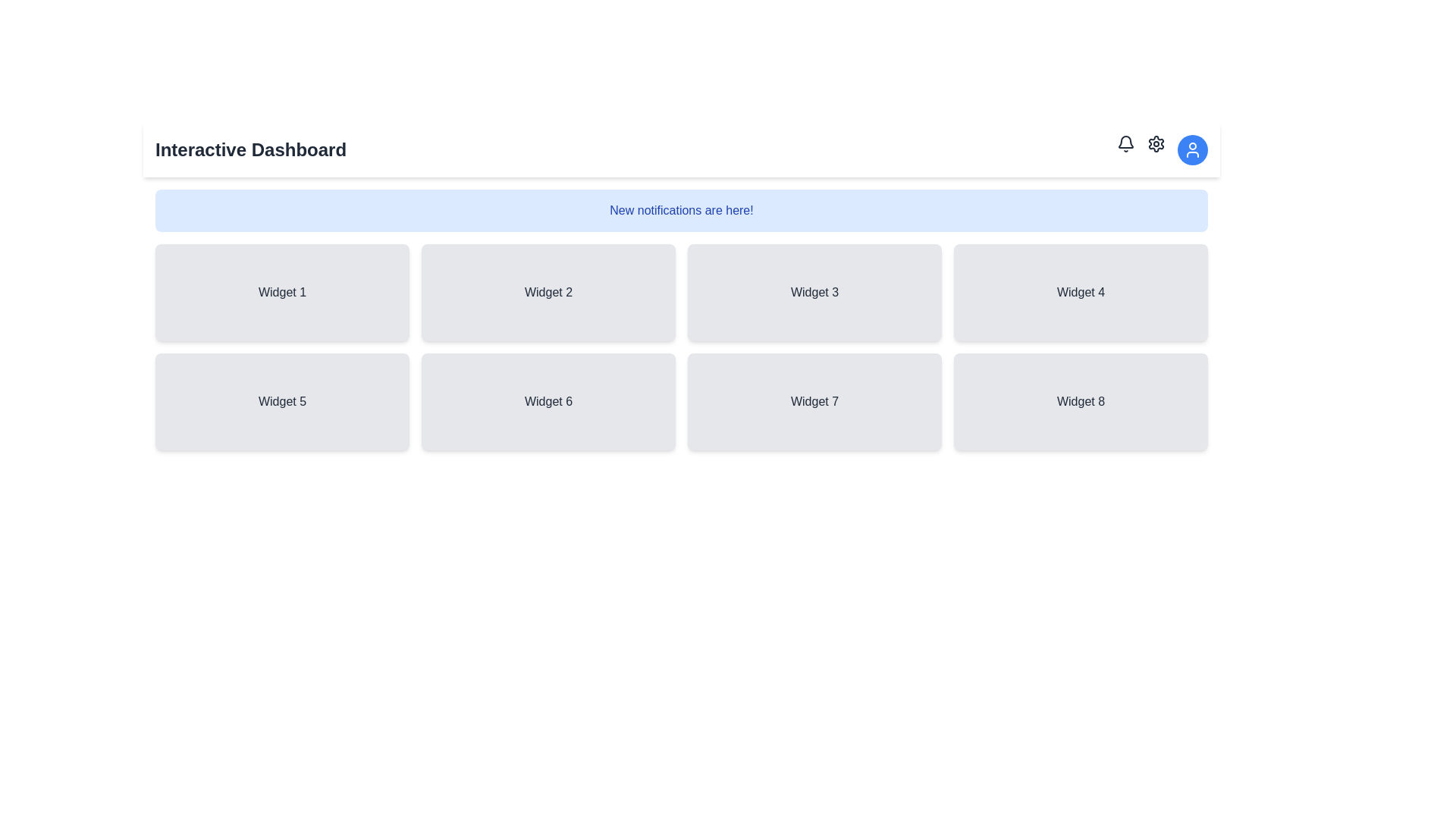  I want to click on the circular blue button with a white user profile icon located on the right side of the header bar, so click(1192, 149).